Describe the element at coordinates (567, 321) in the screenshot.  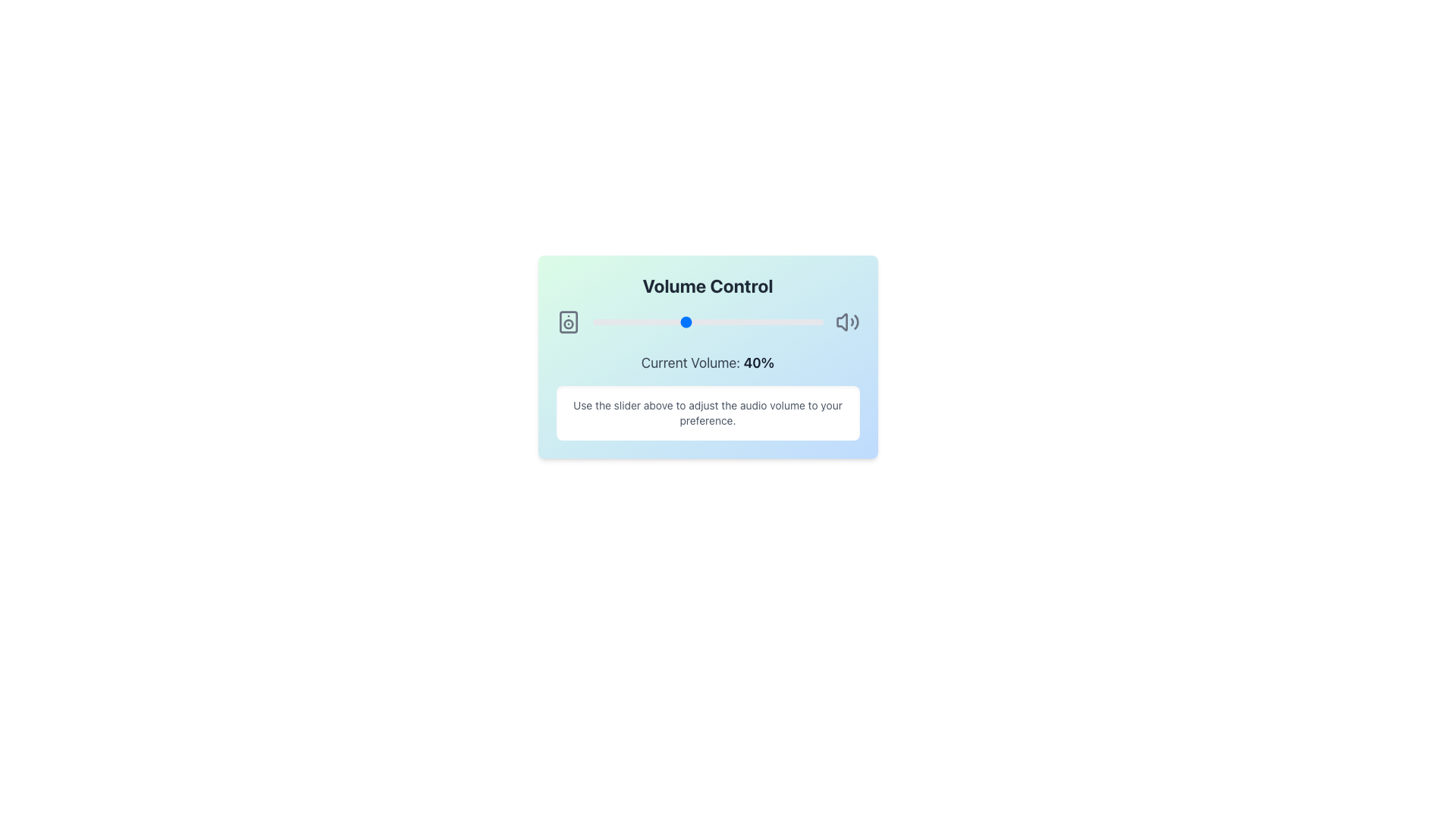
I see `the speaker icon, which is styled with a circular center and a dot, located within a card interface on the left edge` at that location.